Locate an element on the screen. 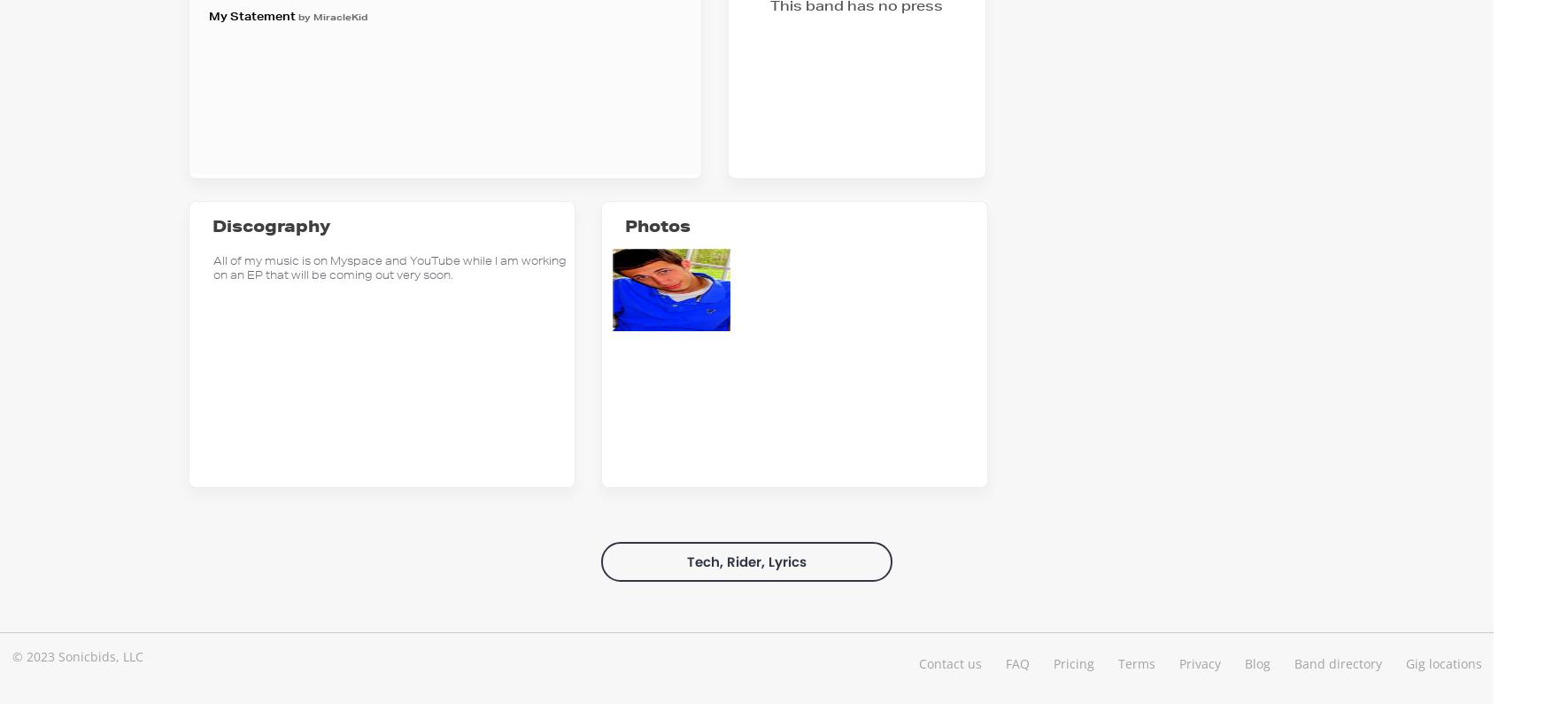  '© 2023 Sonicbids, LLC' is located at coordinates (10, 655).